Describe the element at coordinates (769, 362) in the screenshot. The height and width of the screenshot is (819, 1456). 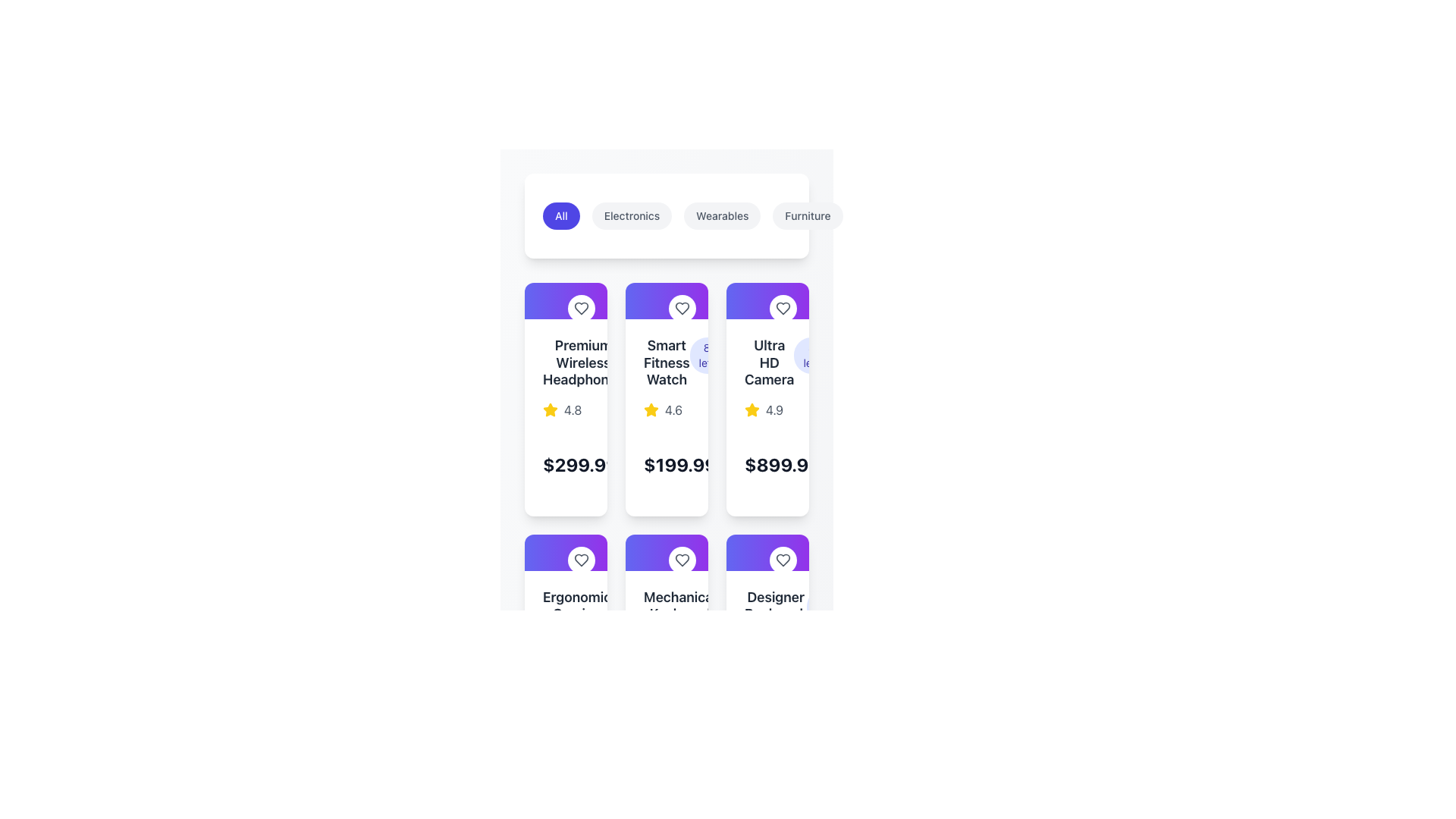
I see `the three-line text label that reads 'Ultra', 'HD', and 'Camera', which is styled in bold and dark color, to trigger a tooltip` at that location.